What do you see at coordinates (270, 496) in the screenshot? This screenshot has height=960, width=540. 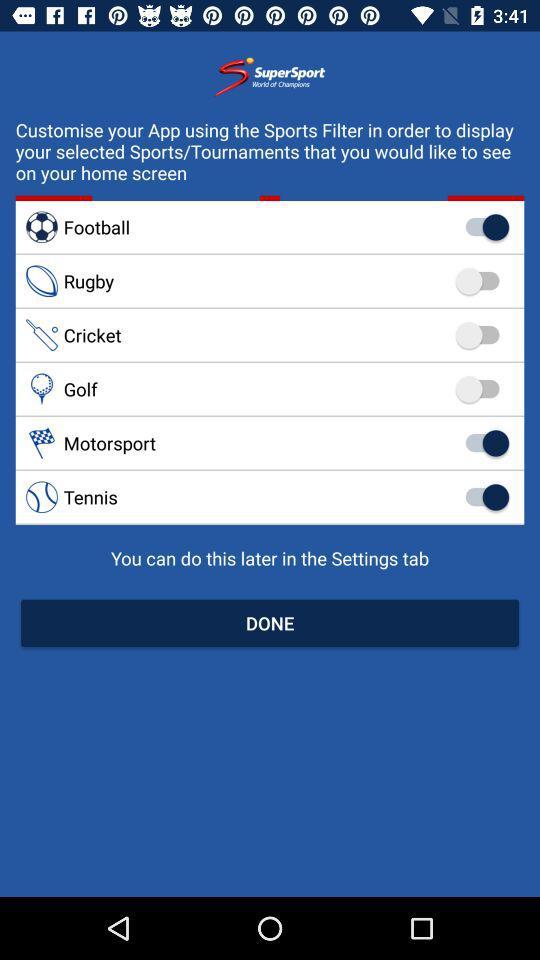 I see `the tennis item` at bounding box center [270, 496].